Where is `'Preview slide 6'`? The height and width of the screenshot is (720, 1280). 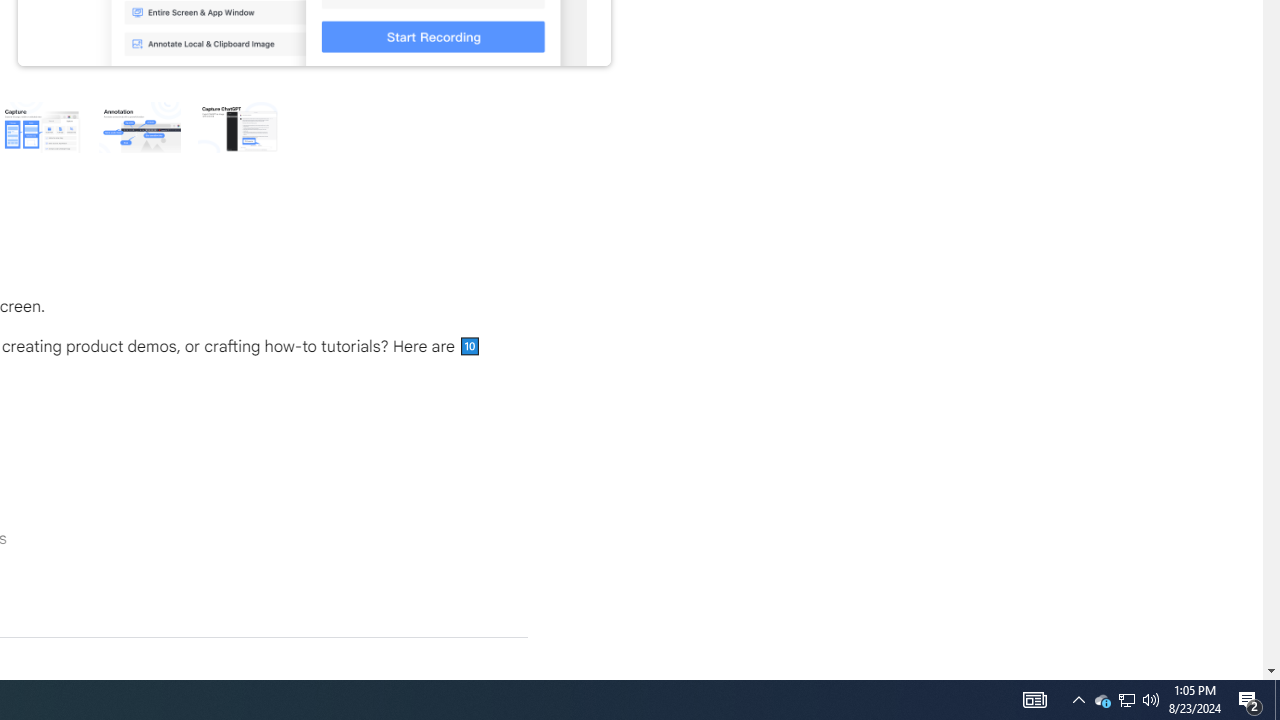
'Preview slide 6' is located at coordinates (238, 126).